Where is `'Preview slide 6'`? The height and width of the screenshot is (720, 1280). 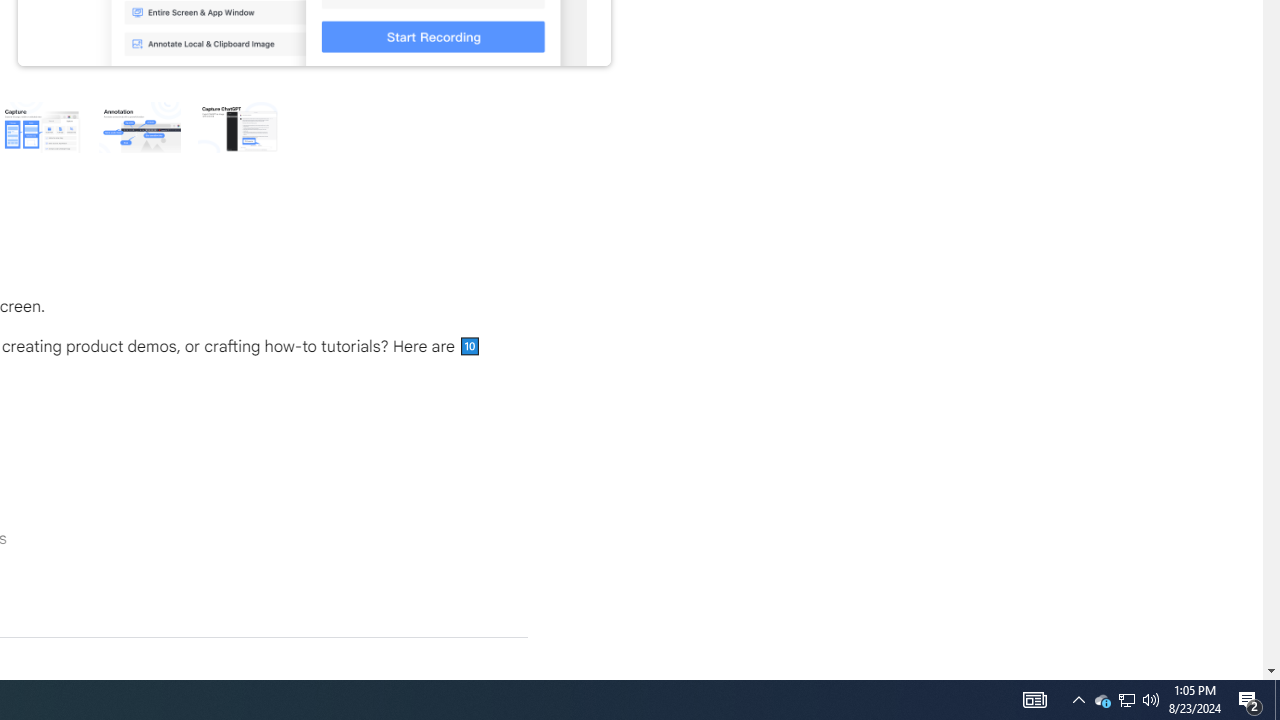
'Preview slide 6' is located at coordinates (238, 126).